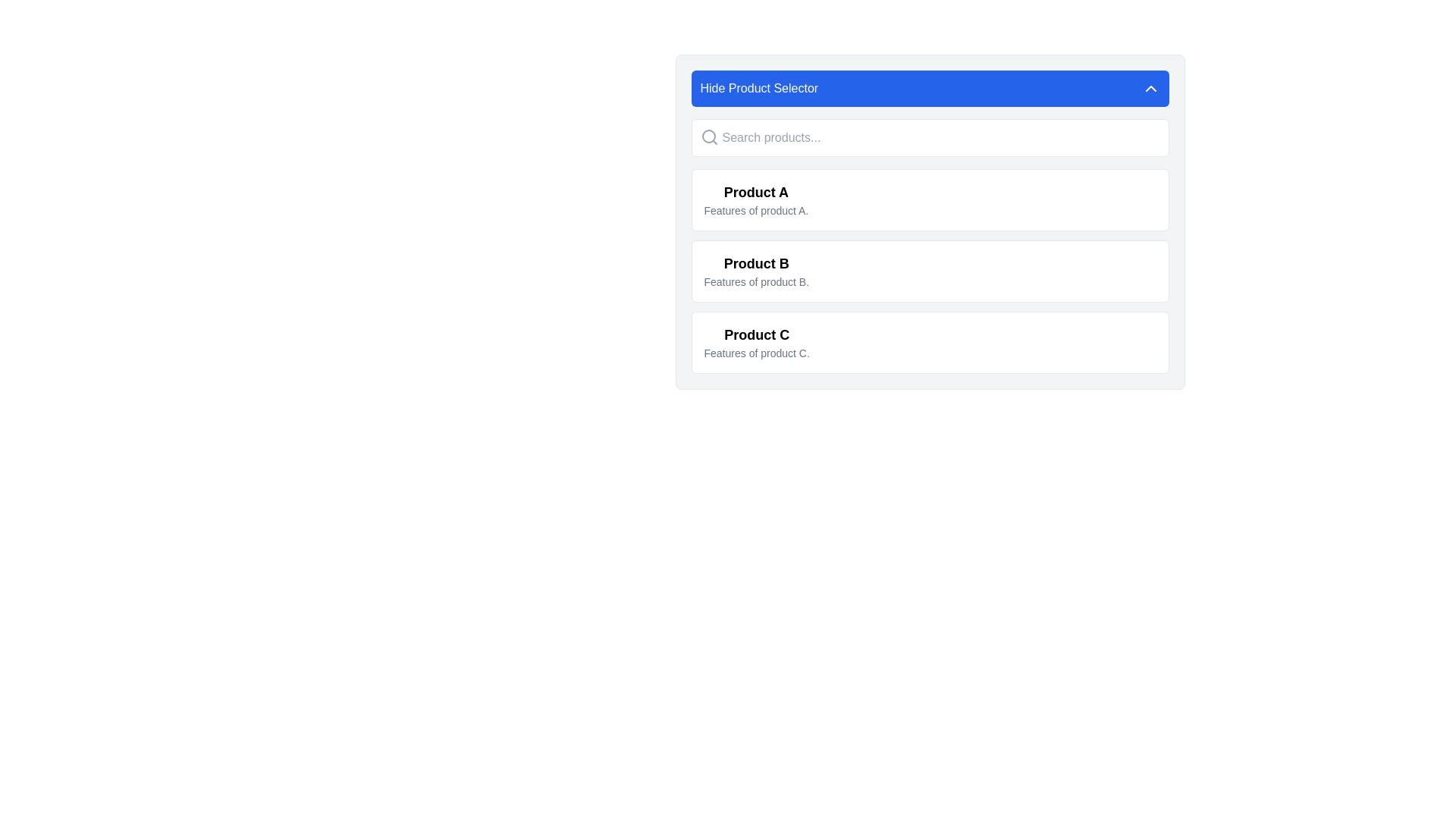 Image resolution: width=1456 pixels, height=819 pixels. What do you see at coordinates (757, 353) in the screenshot?
I see `the Text Display Element that displays the phrase 'Features of product C.' located below the title 'Product C.'` at bounding box center [757, 353].